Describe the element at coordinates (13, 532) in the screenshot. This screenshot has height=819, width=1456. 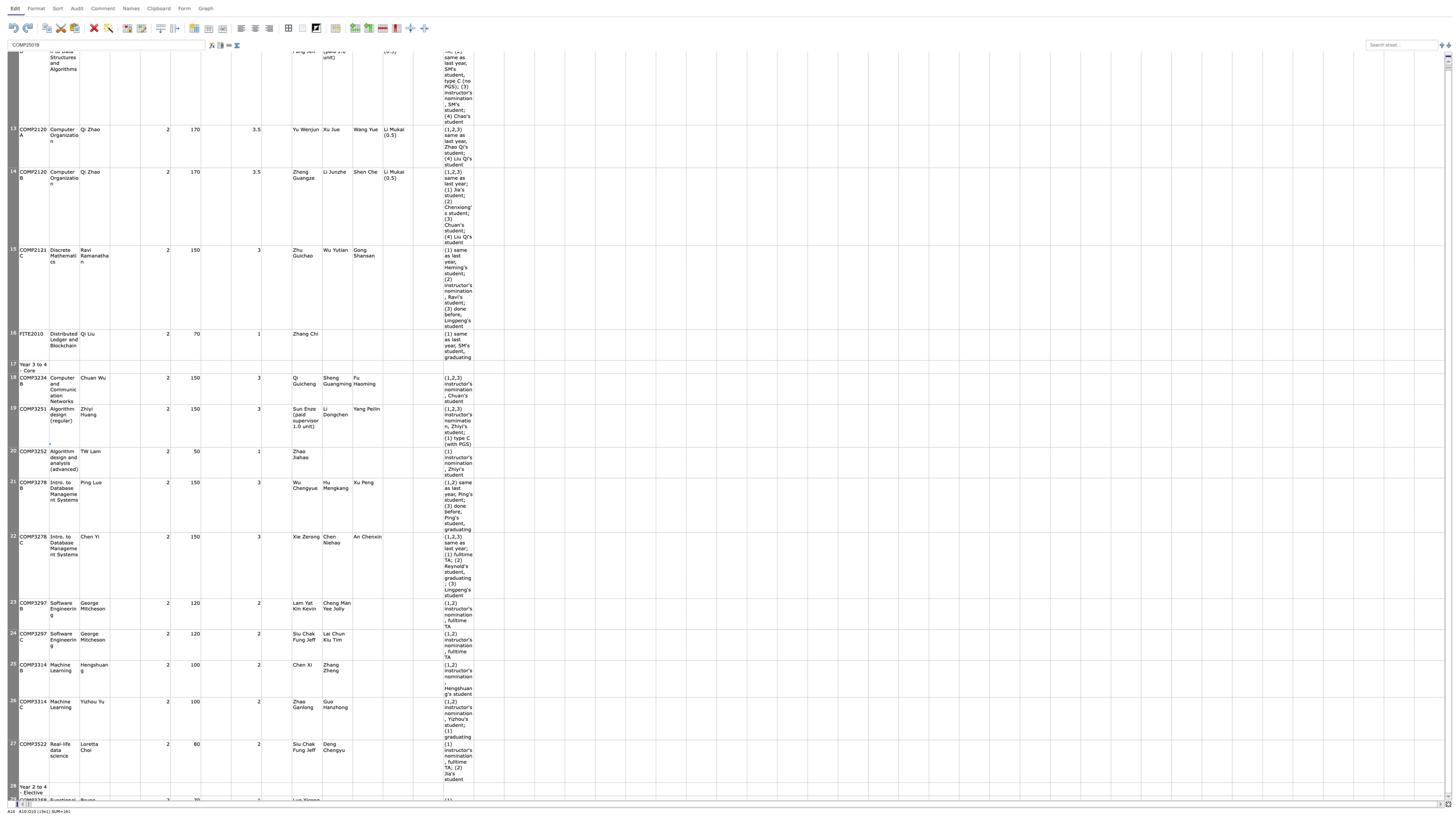
I see `the bottom edge of row 21 header to resize` at that location.